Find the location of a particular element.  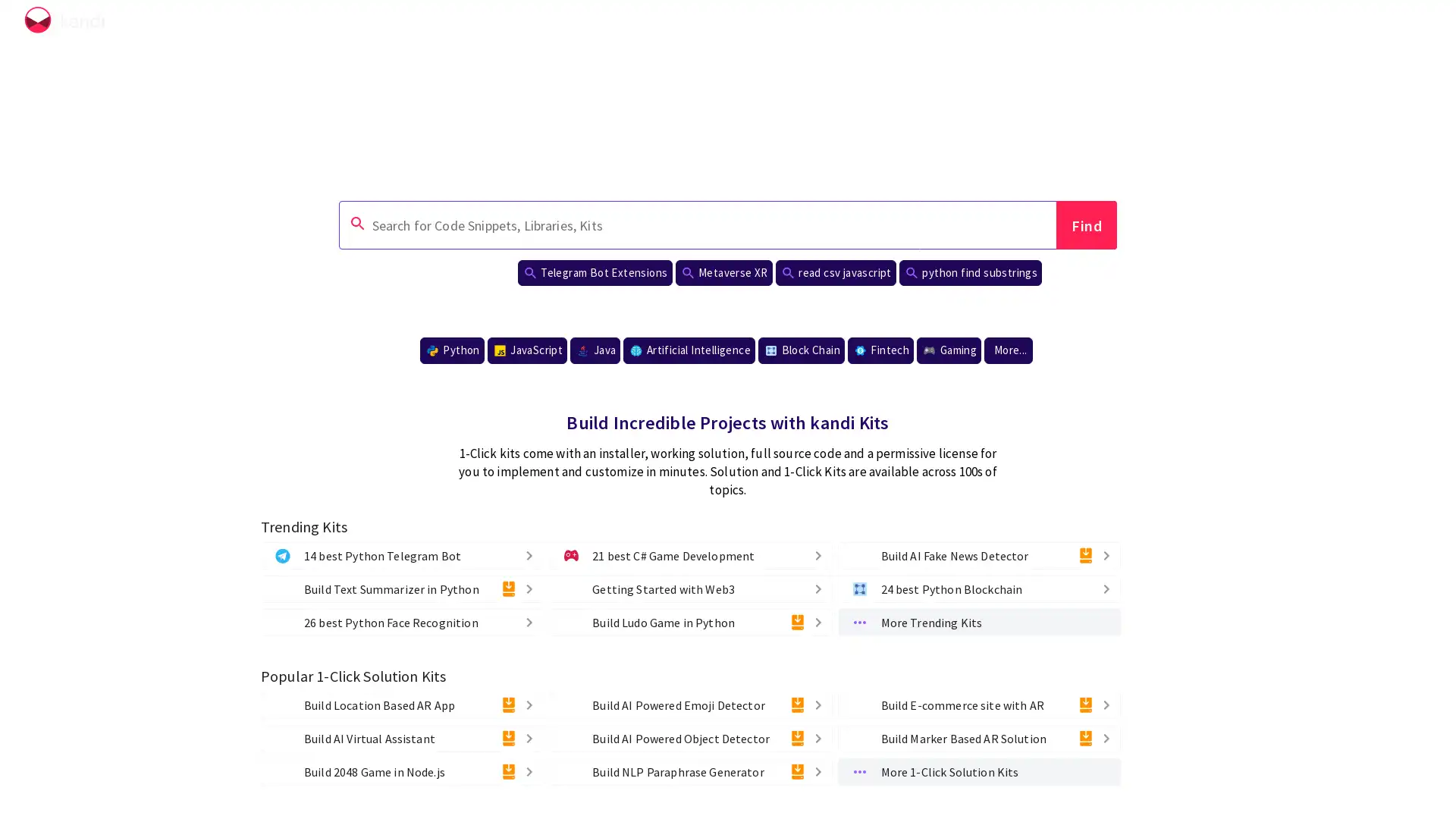

delete is located at coordinates (796, 622).